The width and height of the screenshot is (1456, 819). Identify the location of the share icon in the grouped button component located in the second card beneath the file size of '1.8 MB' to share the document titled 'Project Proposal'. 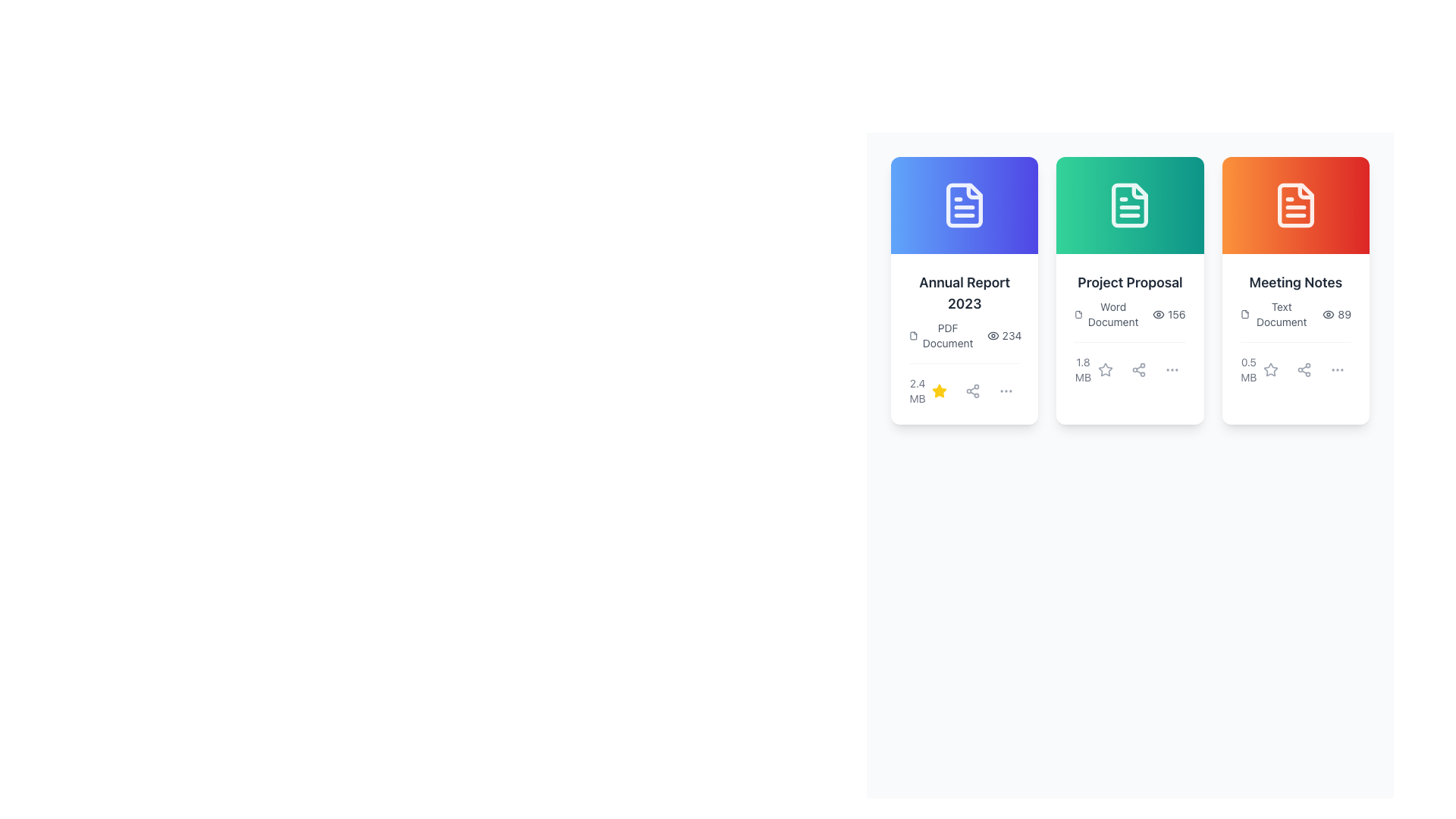
(1138, 370).